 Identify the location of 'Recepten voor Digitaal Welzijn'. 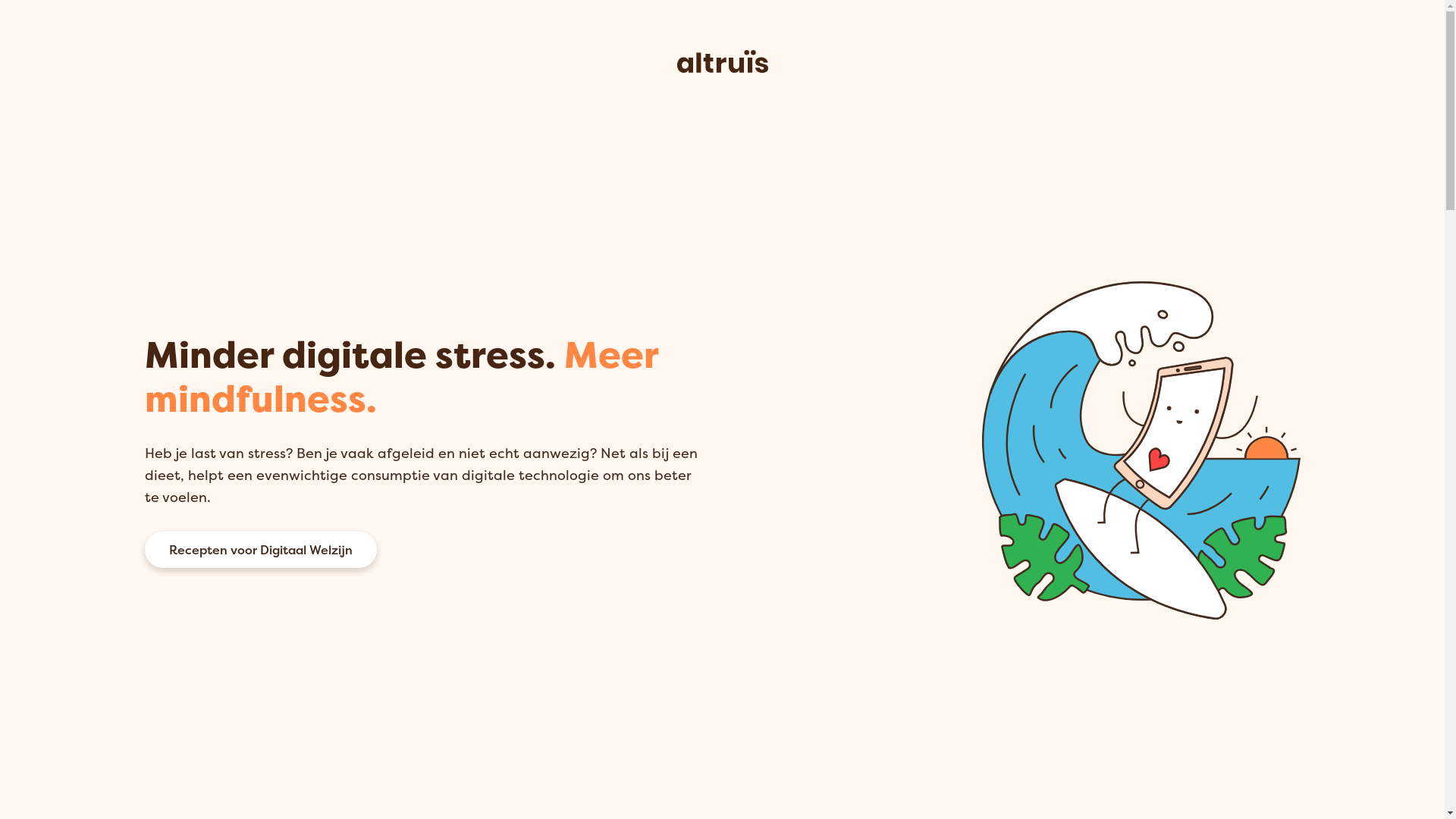
(259, 550).